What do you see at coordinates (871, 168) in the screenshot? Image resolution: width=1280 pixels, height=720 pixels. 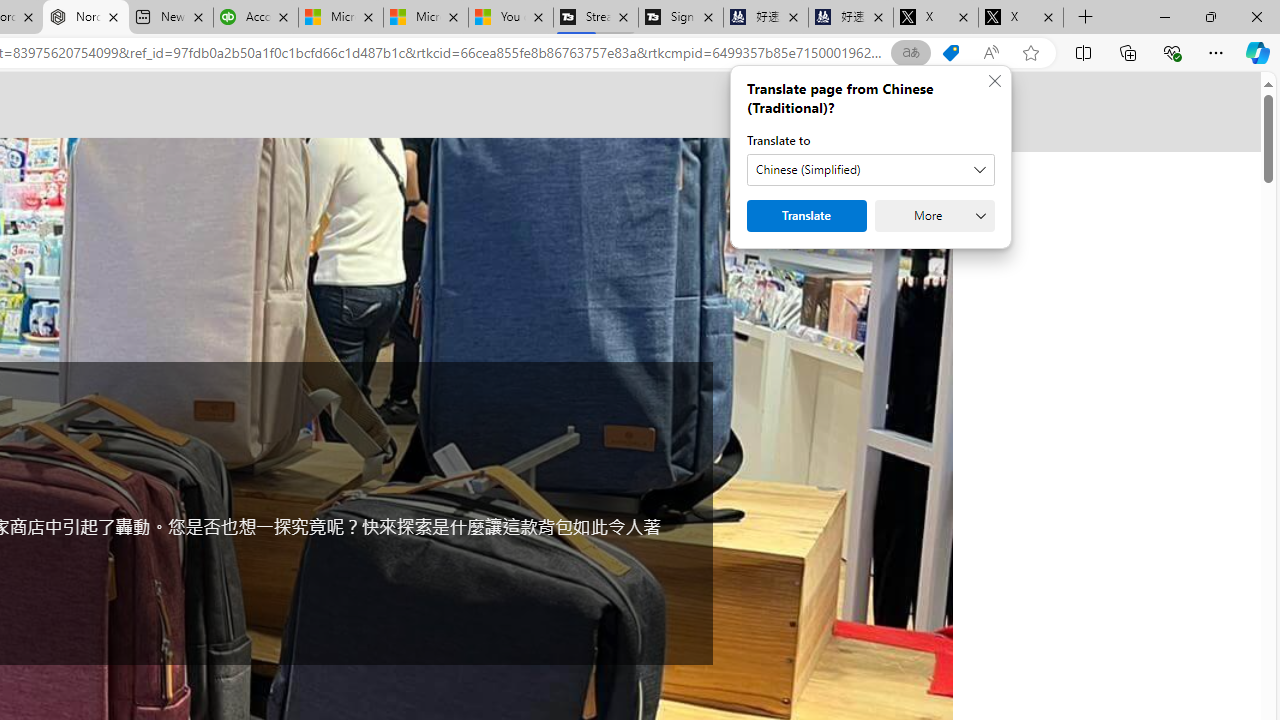 I see `'Translate to'` at bounding box center [871, 168].